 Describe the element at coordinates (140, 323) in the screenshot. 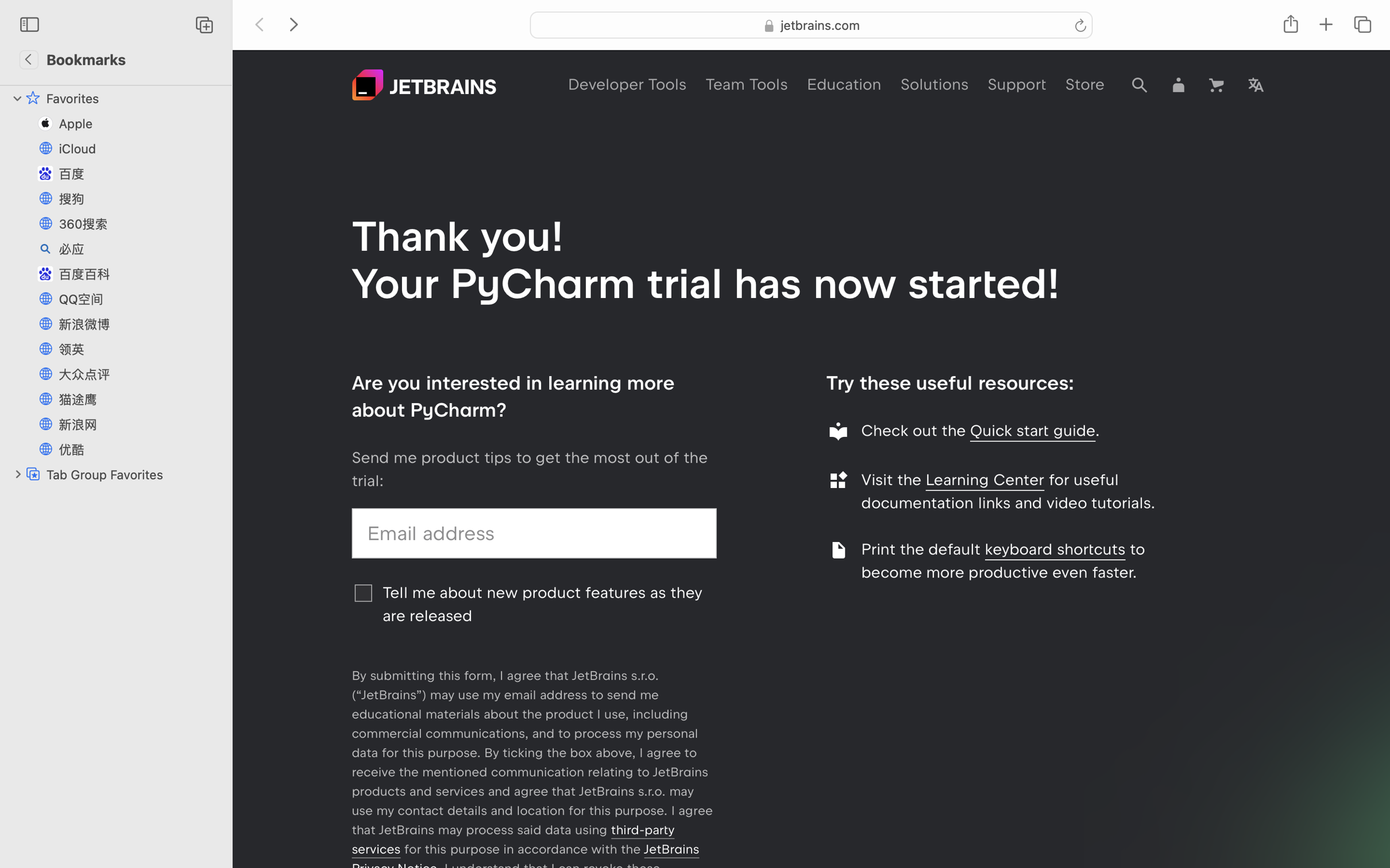

I see `'新浪微博'` at that location.